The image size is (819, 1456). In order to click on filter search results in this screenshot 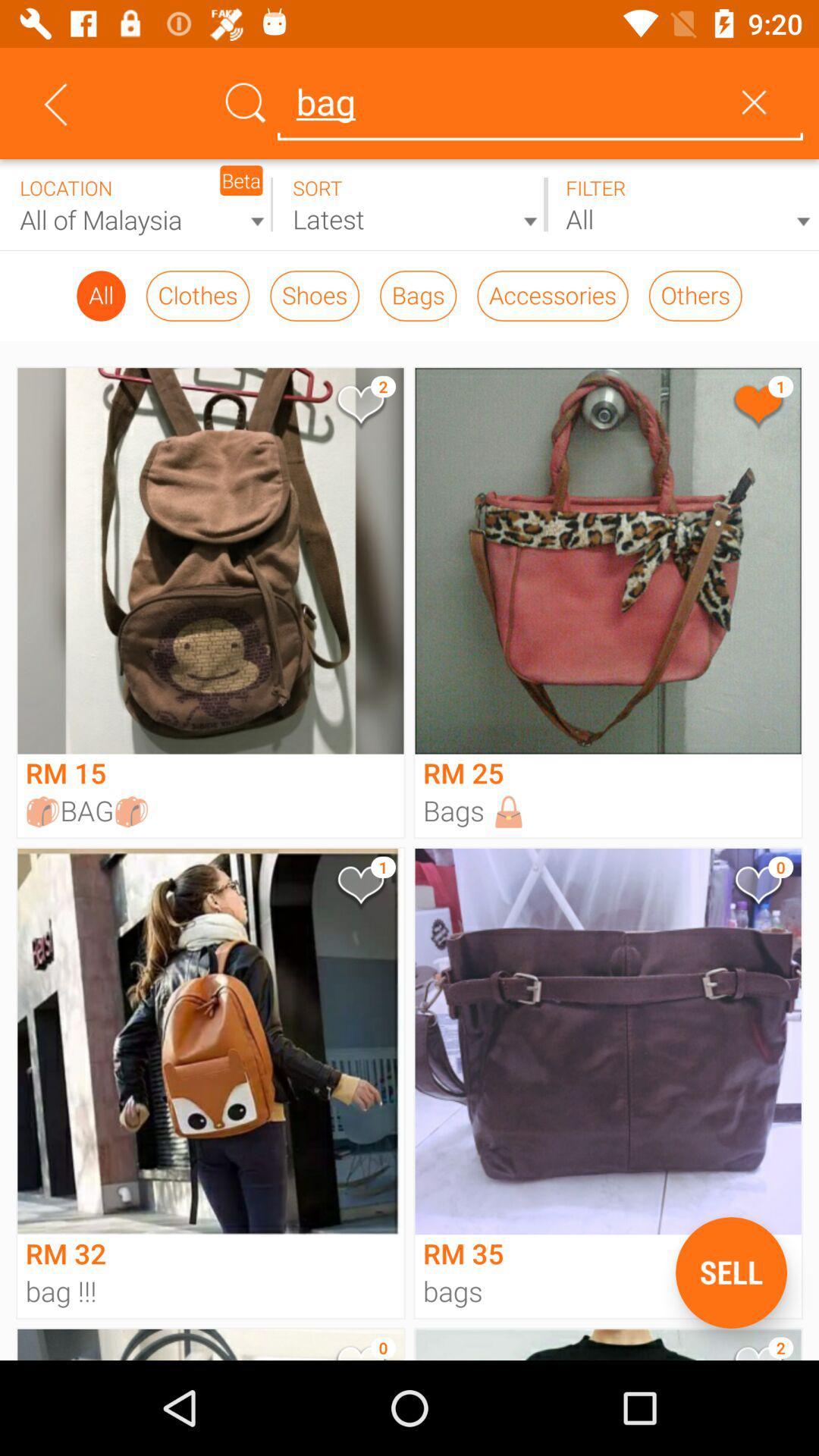, I will do `click(681, 204)`.